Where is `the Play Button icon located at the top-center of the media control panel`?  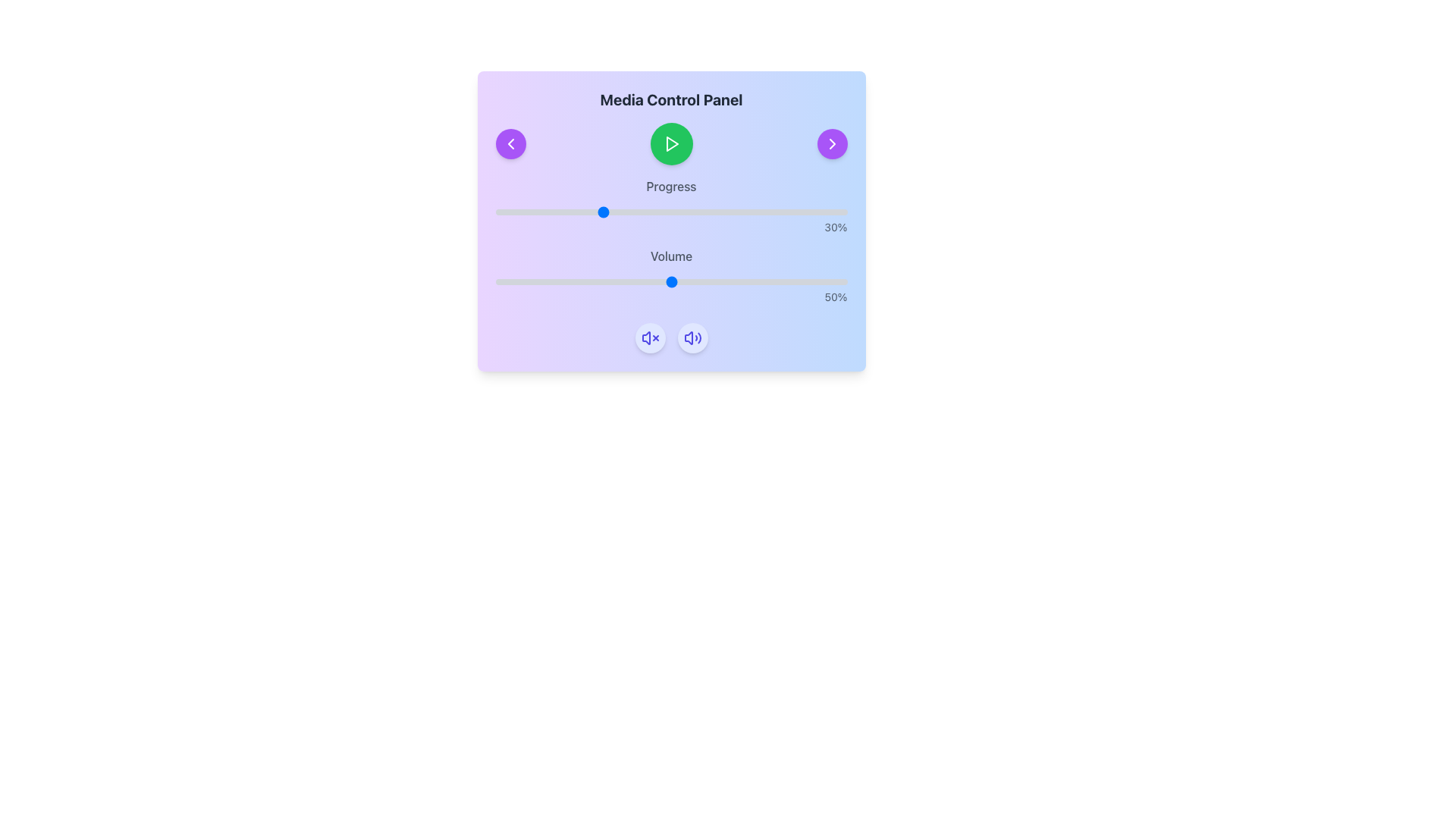
the Play Button icon located at the top-center of the media control panel is located at coordinates (670, 143).